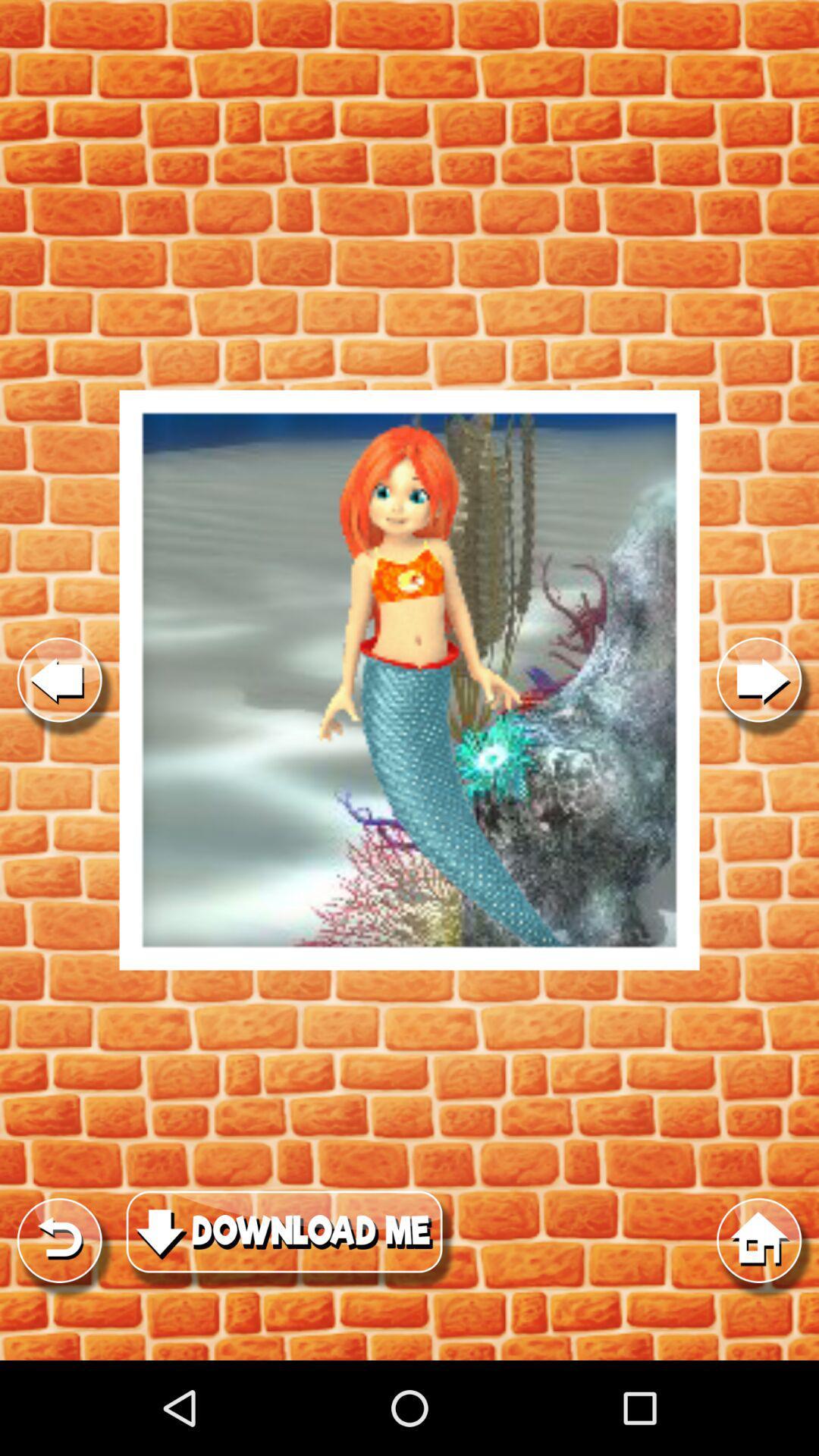  What do you see at coordinates (759, 1327) in the screenshot?
I see `the home icon` at bounding box center [759, 1327].